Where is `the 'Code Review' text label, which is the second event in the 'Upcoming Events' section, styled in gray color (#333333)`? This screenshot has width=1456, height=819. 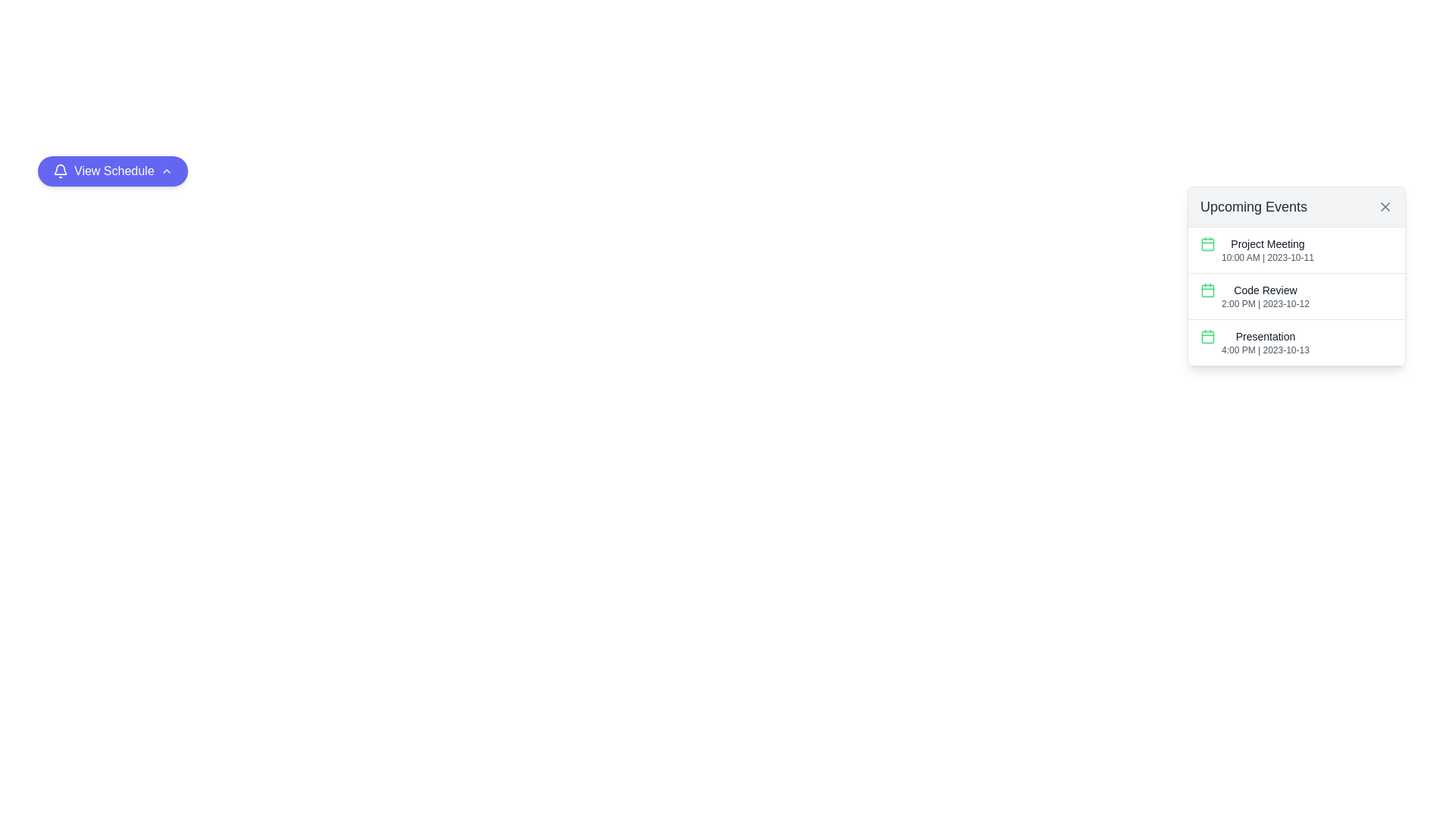
the 'Code Review' text label, which is the second event in the 'Upcoming Events' section, styled in gray color (#333333) is located at coordinates (1265, 290).